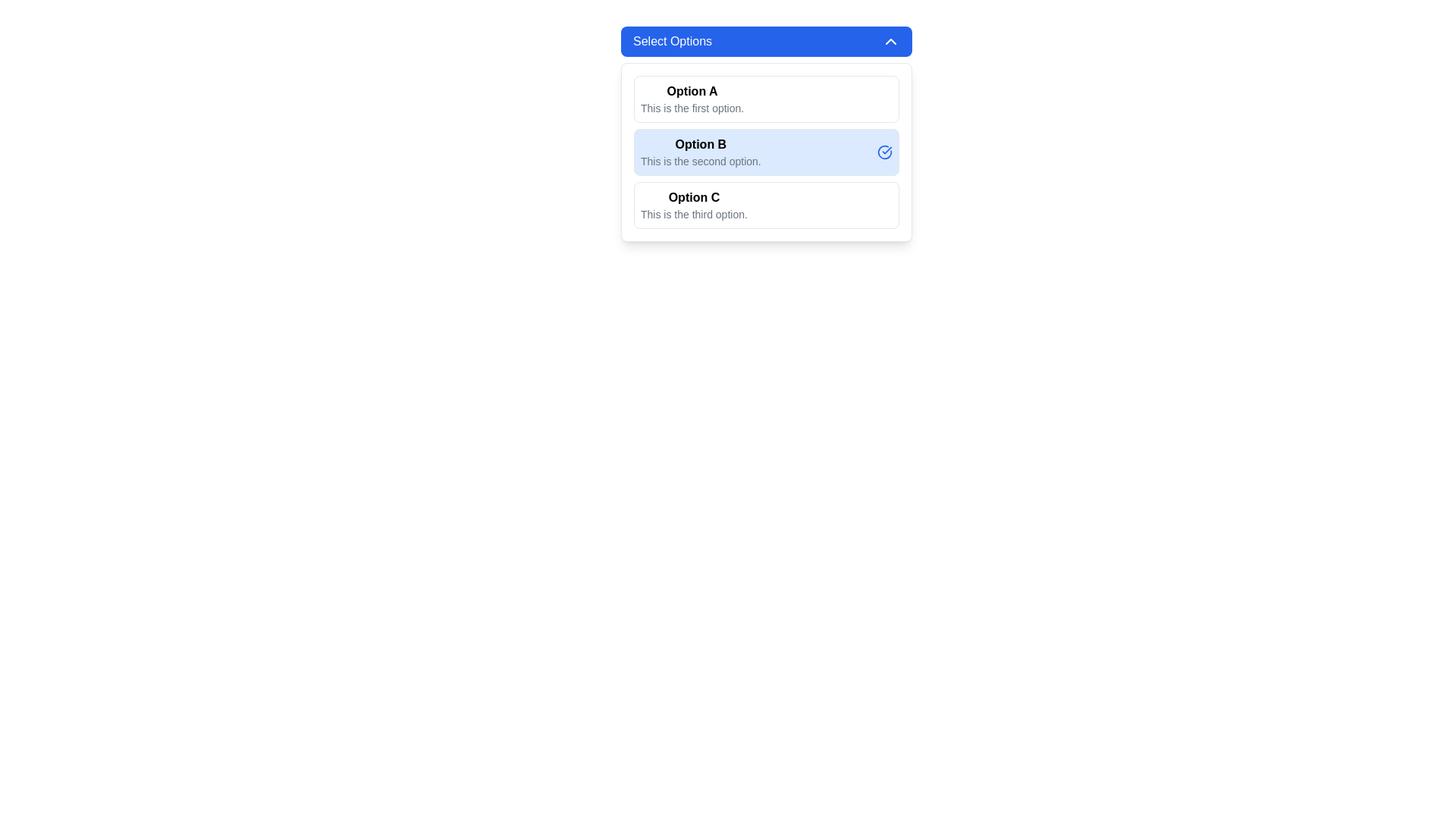  Describe the element at coordinates (700, 144) in the screenshot. I see `the text label indicating the second option in the dropdown menu titled 'Select Options'` at that location.